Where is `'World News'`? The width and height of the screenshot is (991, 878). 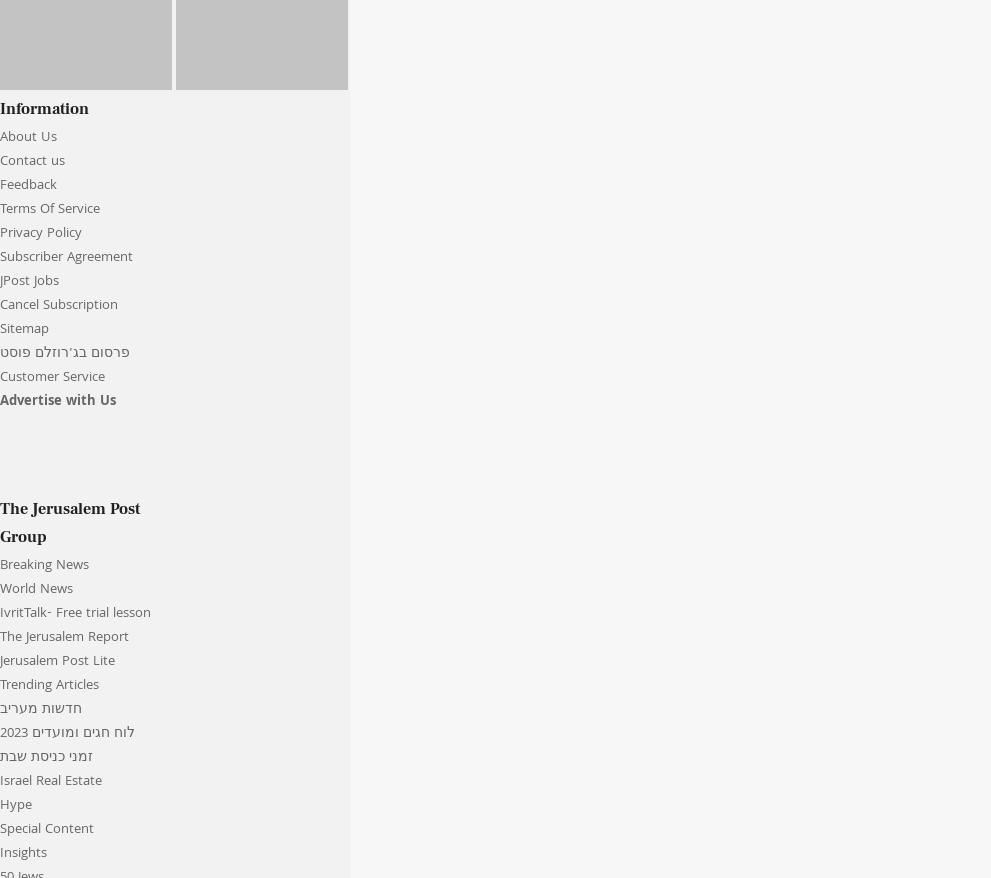 'World News' is located at coordinates (35, 590).